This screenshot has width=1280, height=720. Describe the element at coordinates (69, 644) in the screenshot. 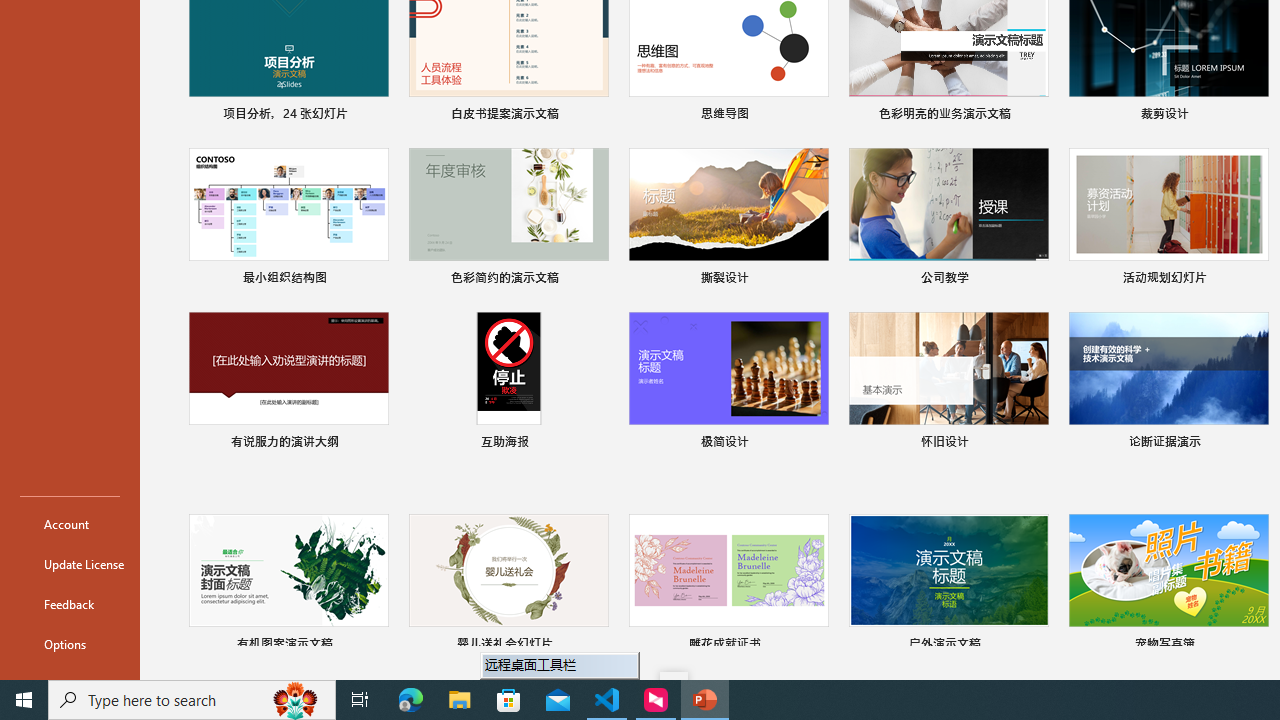

I see `'Options'` at that location.